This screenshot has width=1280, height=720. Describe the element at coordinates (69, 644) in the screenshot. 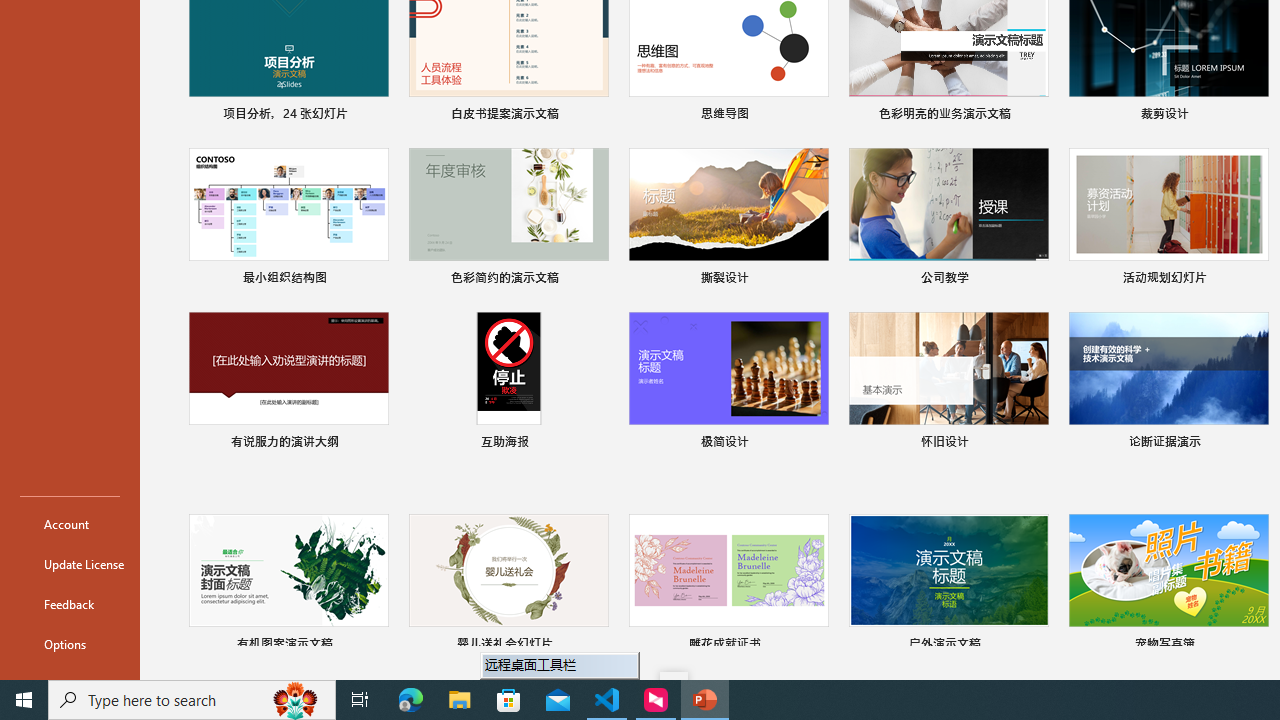

I see `'Options'` at that location.